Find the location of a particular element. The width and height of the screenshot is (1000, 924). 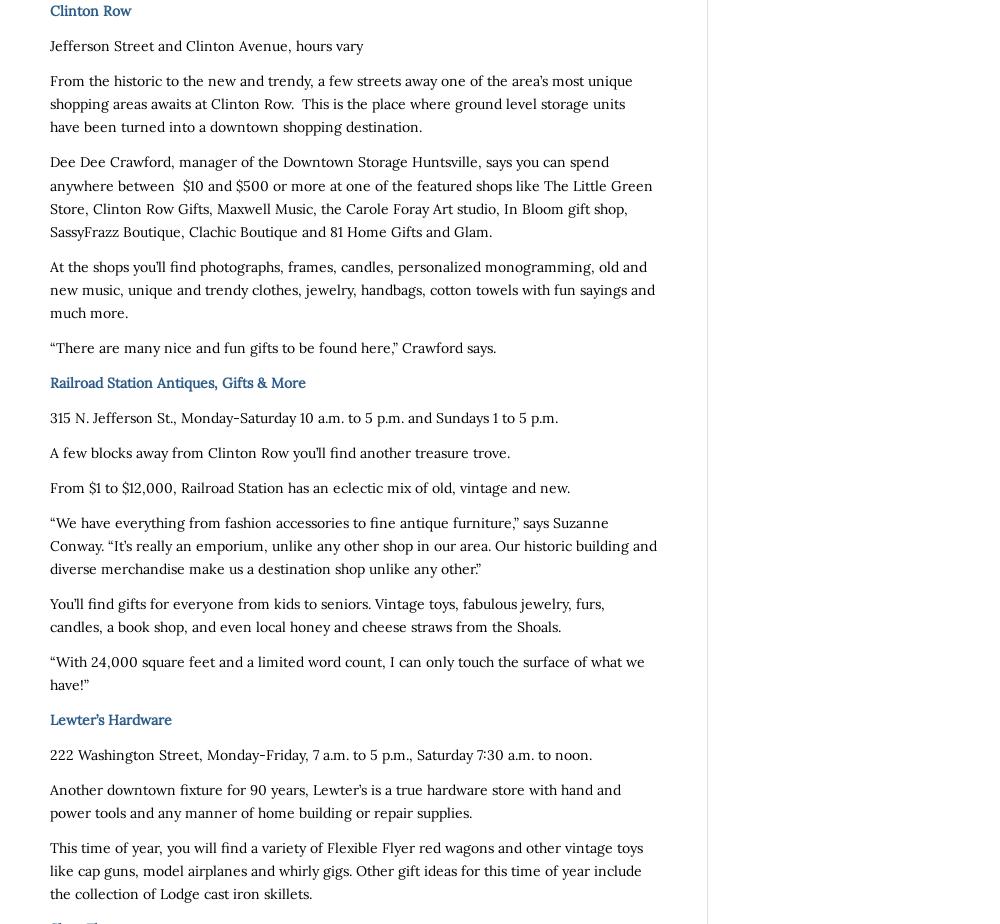

'Clinton Row' is located at coordinates (89, 10).